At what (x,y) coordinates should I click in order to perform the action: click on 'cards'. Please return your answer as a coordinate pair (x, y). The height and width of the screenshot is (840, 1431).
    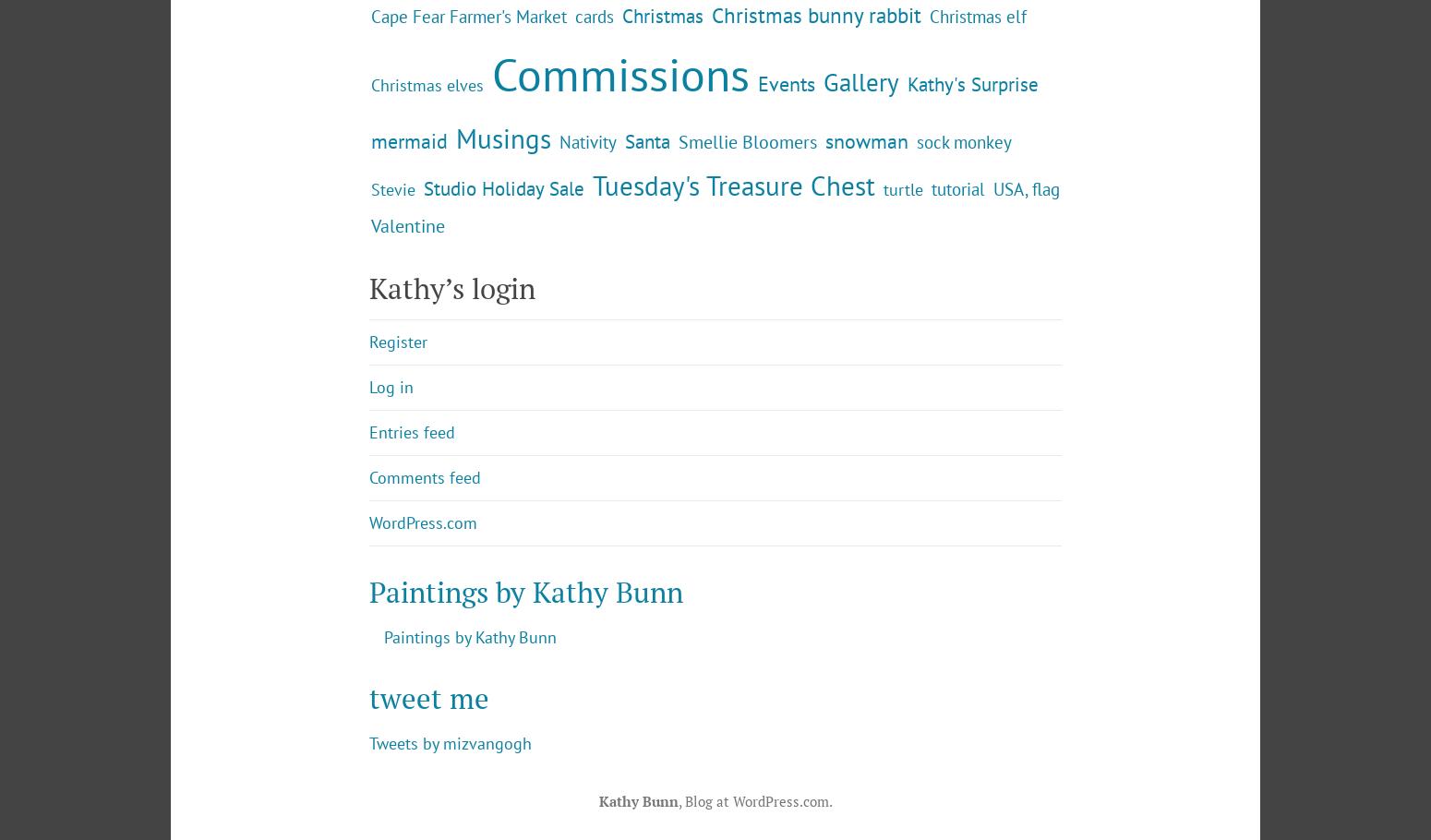
    Looking at the image, I should click on (594, 168).